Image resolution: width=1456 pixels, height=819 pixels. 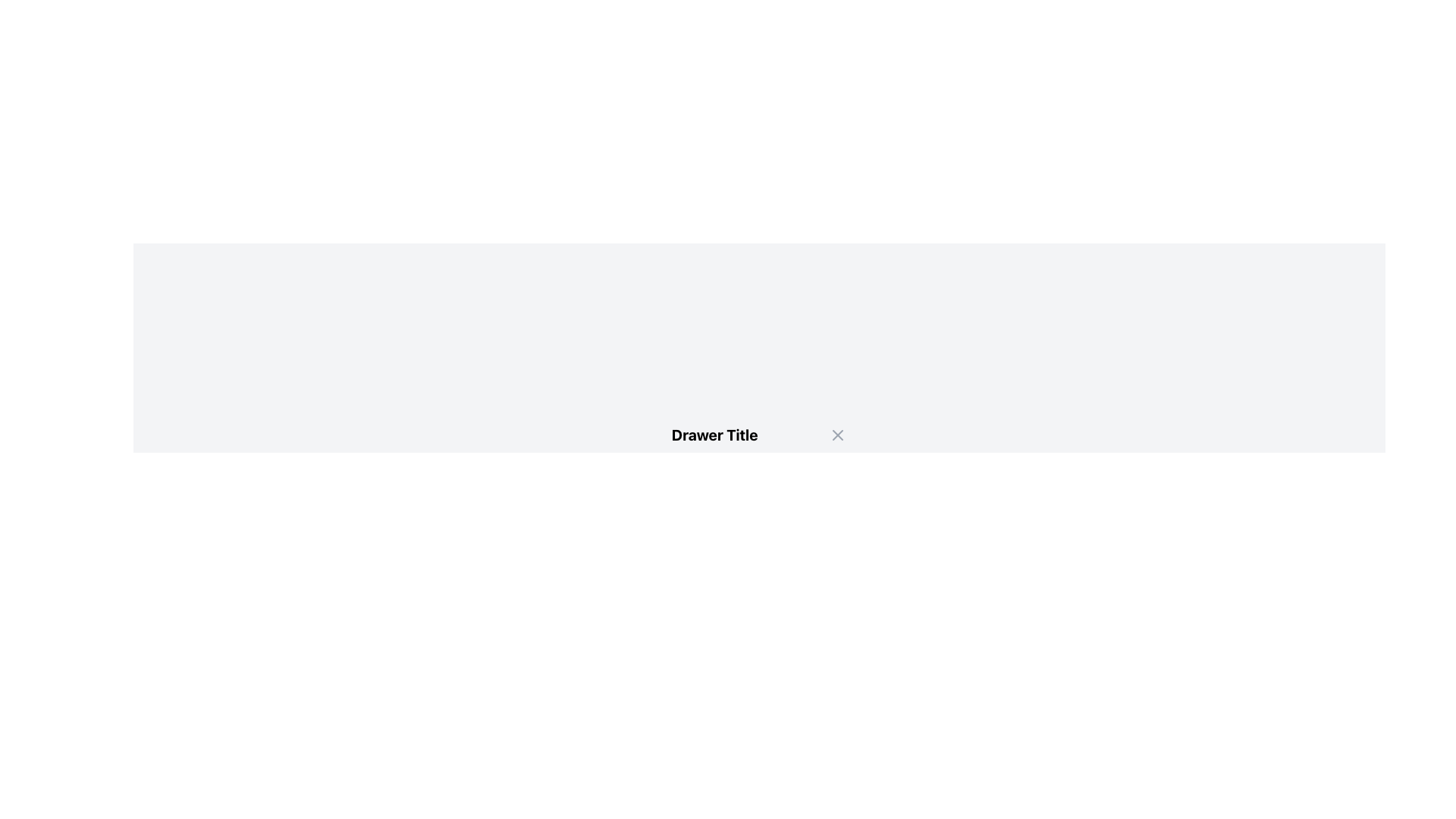 What do you see at coordinates (837, 435) in the screenshot?
I see `the small circular button with a gray outline and a cross symbol in the middle, located in the top-right corner of the header section` at bounding box center [837, 435].